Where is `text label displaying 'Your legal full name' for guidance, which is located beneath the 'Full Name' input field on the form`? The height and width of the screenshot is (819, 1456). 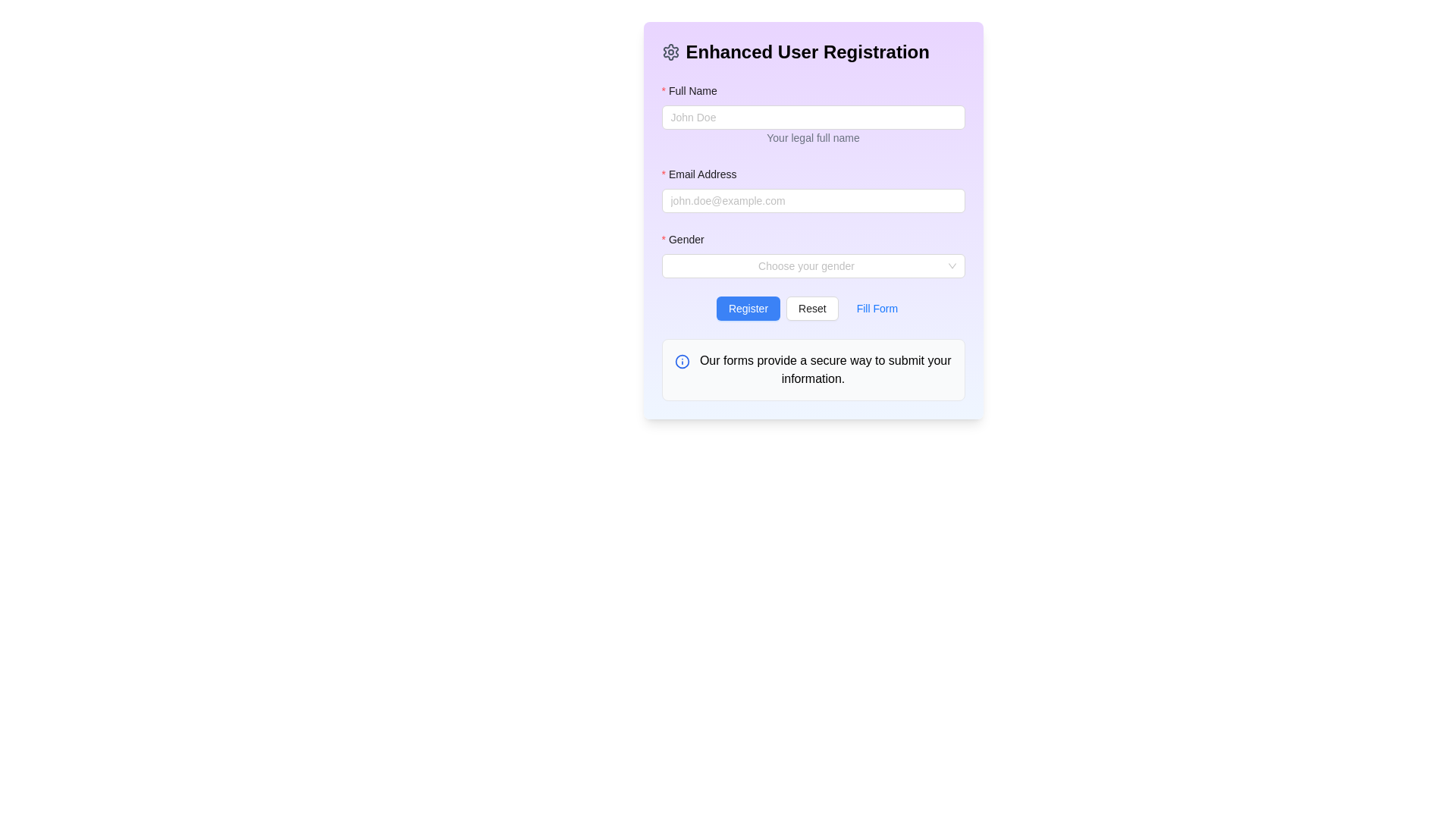 text label displaying 'Your legal full name' for guidance, which is located beneath the 'Full Name' input field on the form is located at coordinates (812, 138).